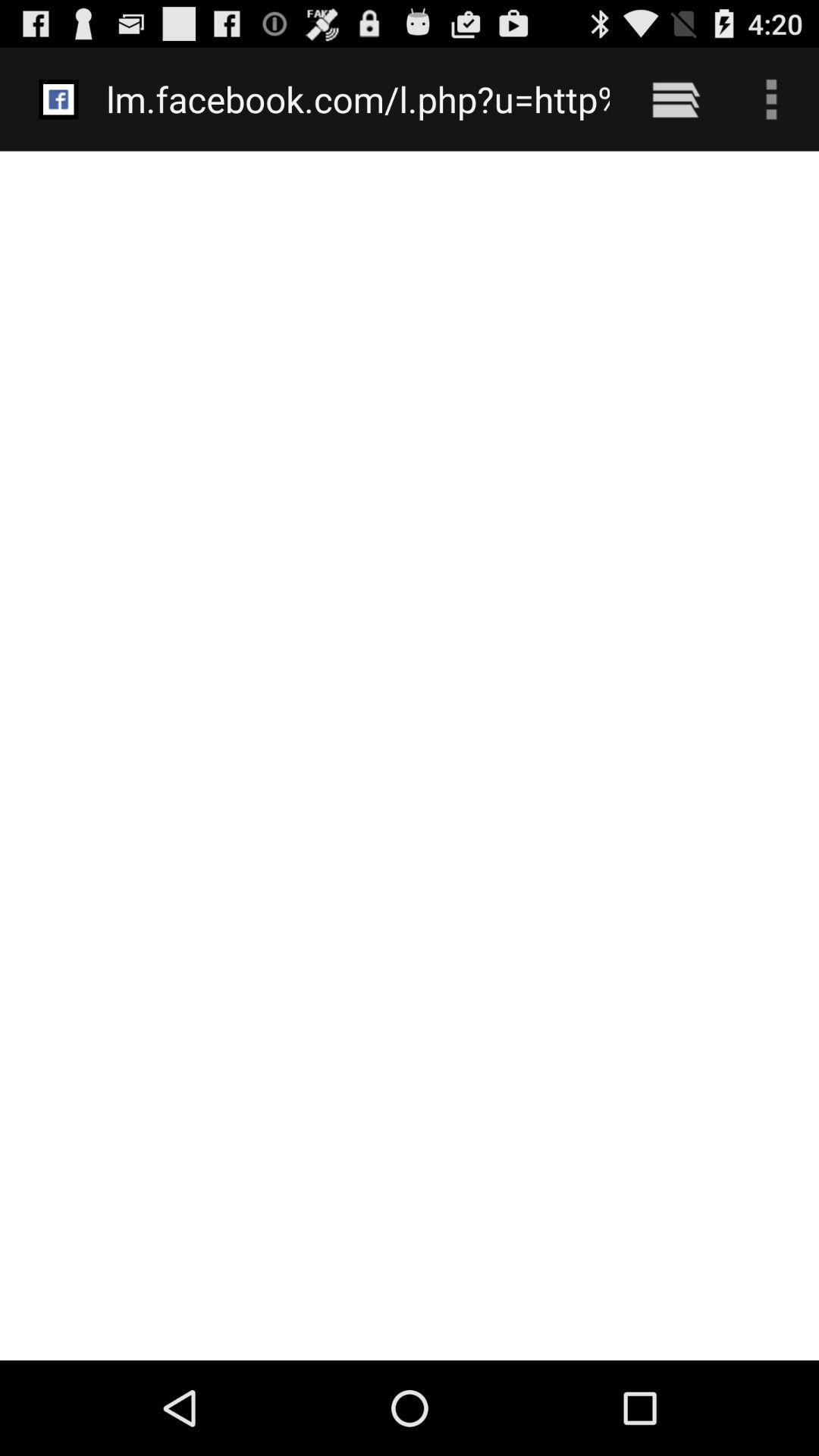  Describe the element at coordinates (675, 99) in the screenshot. I see `the item to the right of lm facebook com item` at that location.